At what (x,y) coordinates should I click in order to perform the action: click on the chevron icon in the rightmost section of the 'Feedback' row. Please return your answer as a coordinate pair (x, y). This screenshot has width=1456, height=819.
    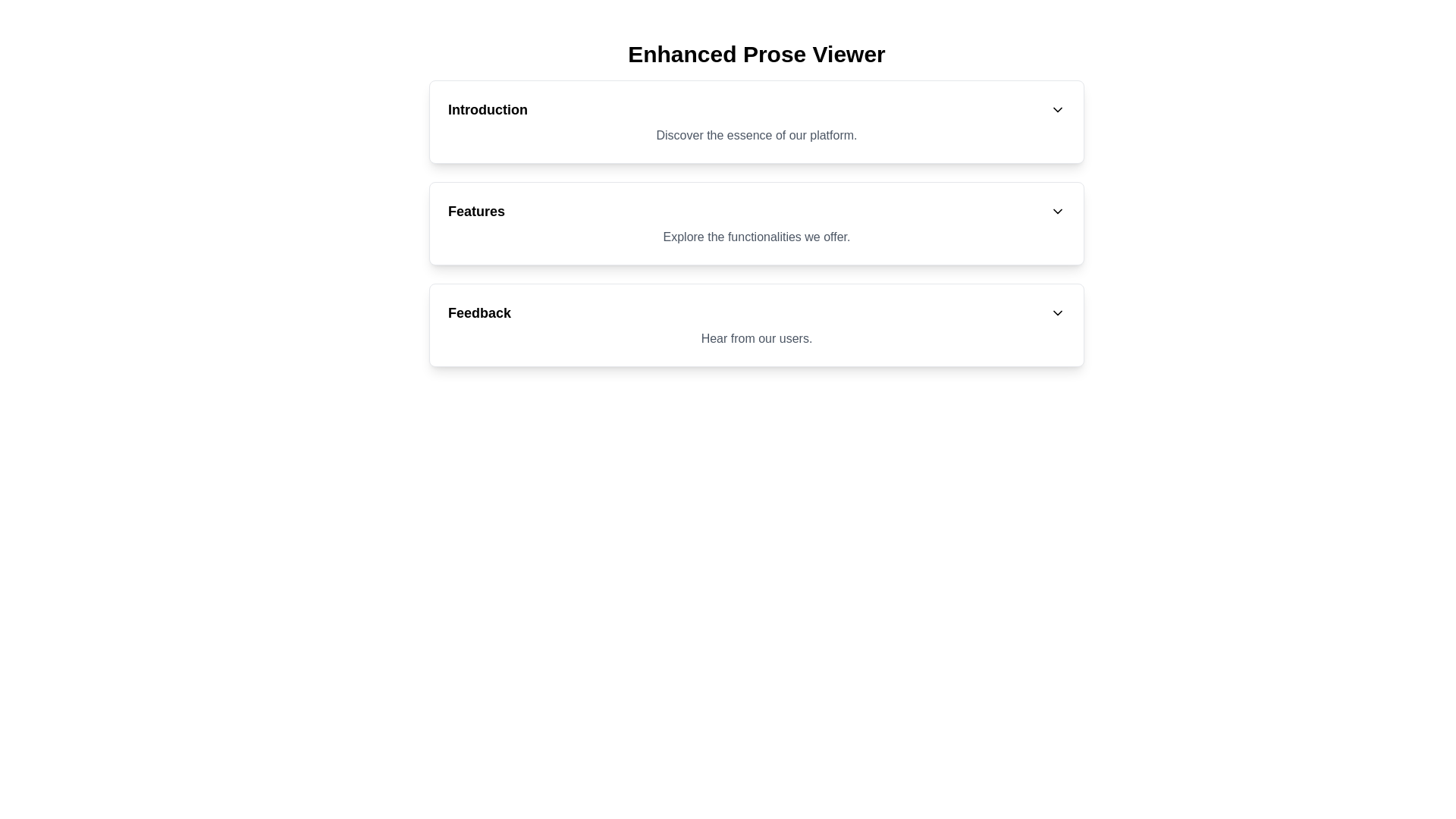
    Looking at the image, I should click on (1057, 312).